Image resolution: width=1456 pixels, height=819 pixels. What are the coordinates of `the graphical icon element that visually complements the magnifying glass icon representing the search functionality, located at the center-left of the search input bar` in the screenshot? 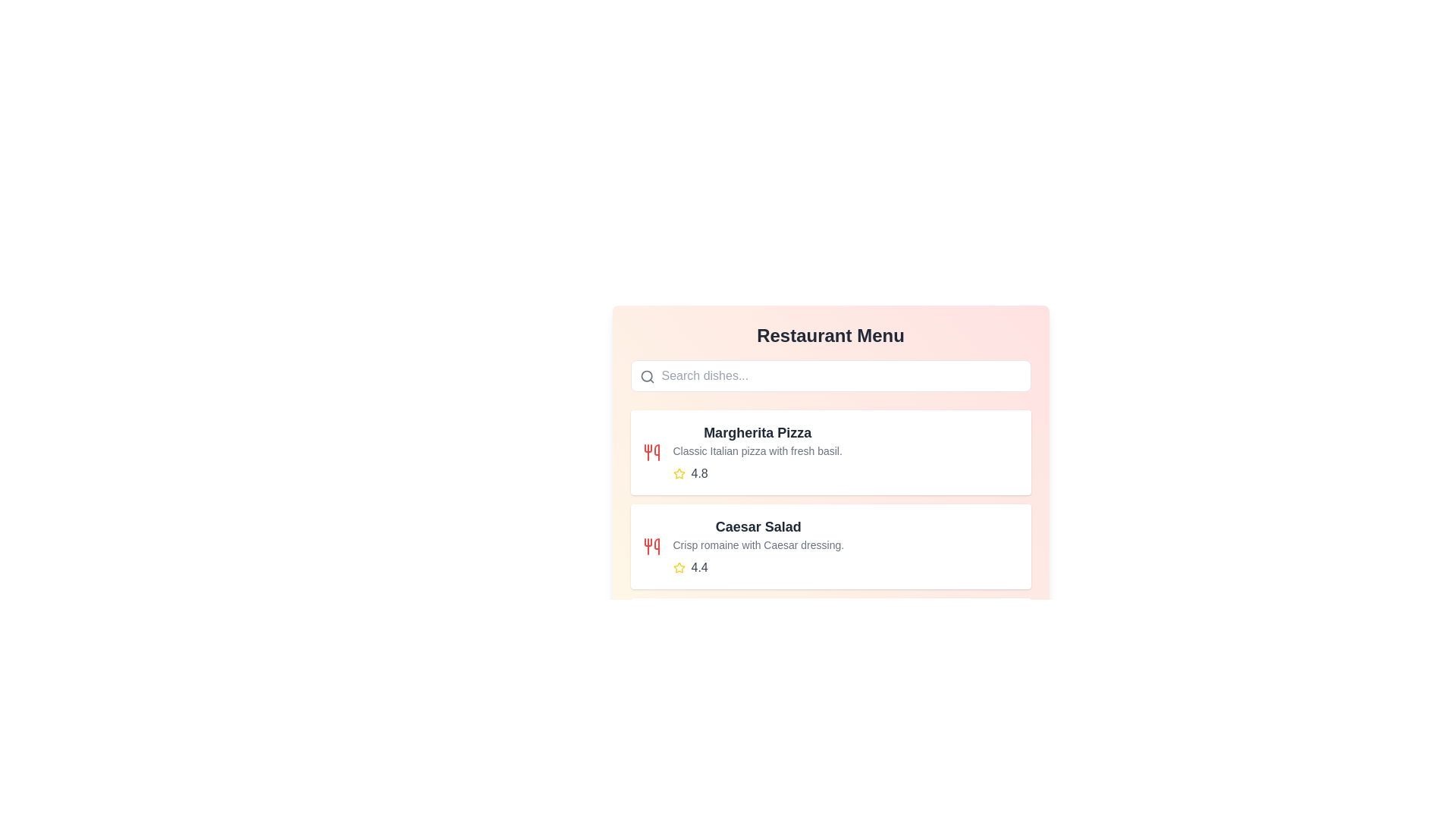 It's located at (646, 375).